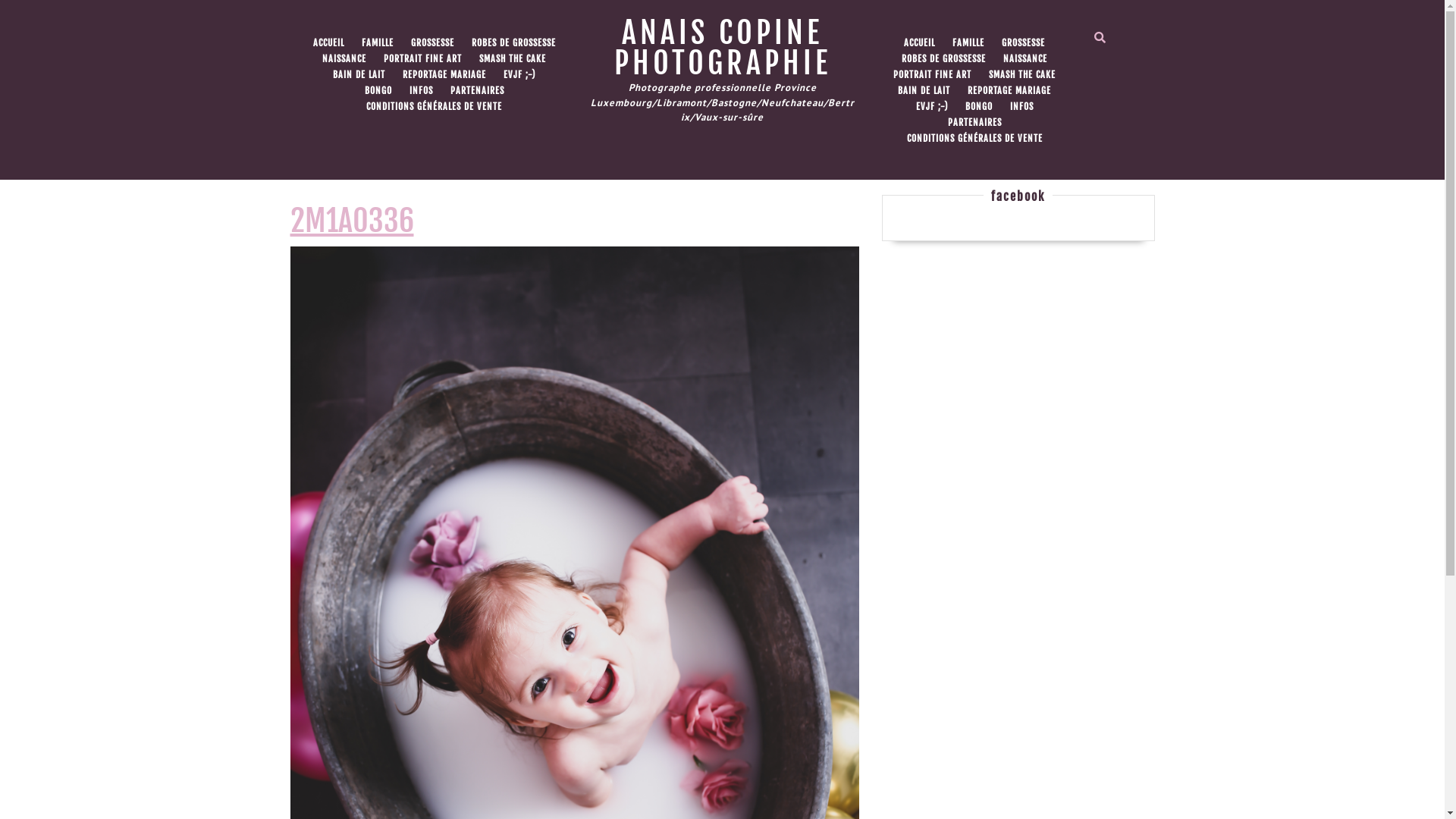  Describe the element at coordinates (519, 75) in the screenshot. I see `'EVJF ;-)'` at that location.